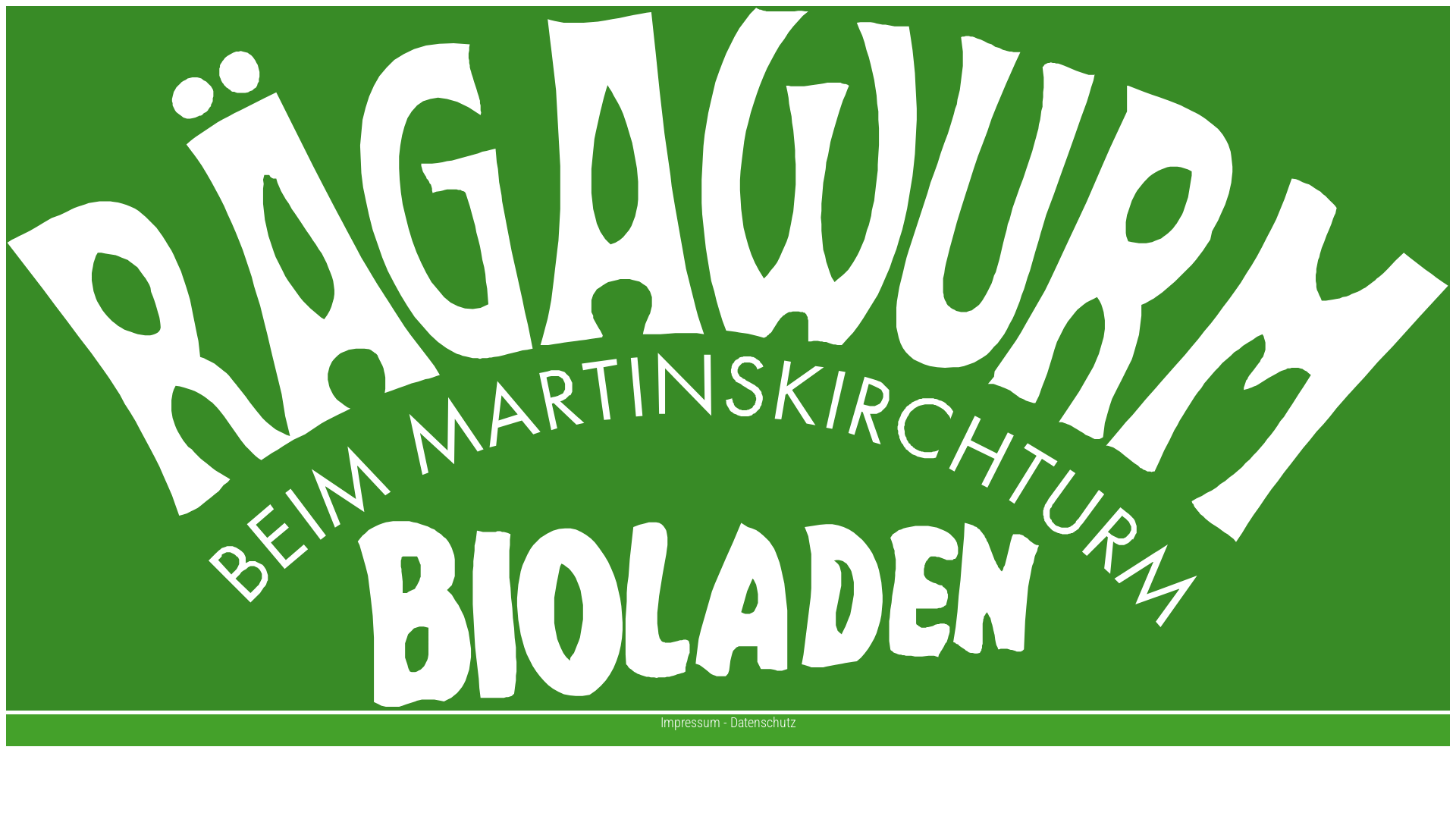  Describe the element at coordinates (659, 721) in the screenshot. I see `'Impressum'` at that location.